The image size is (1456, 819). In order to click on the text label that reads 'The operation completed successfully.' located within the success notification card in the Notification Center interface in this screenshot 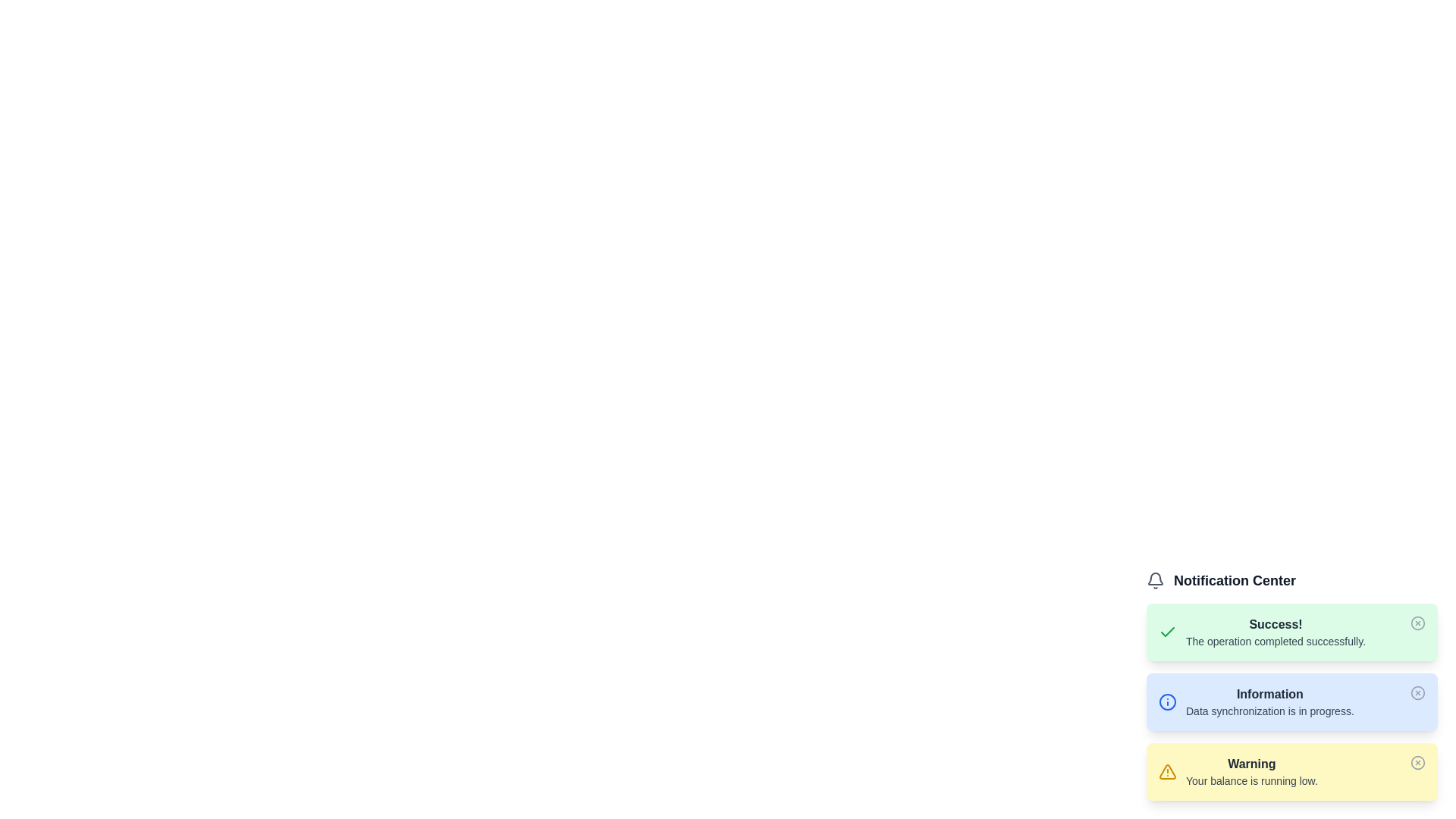, I will do `click(1275, 641)`.